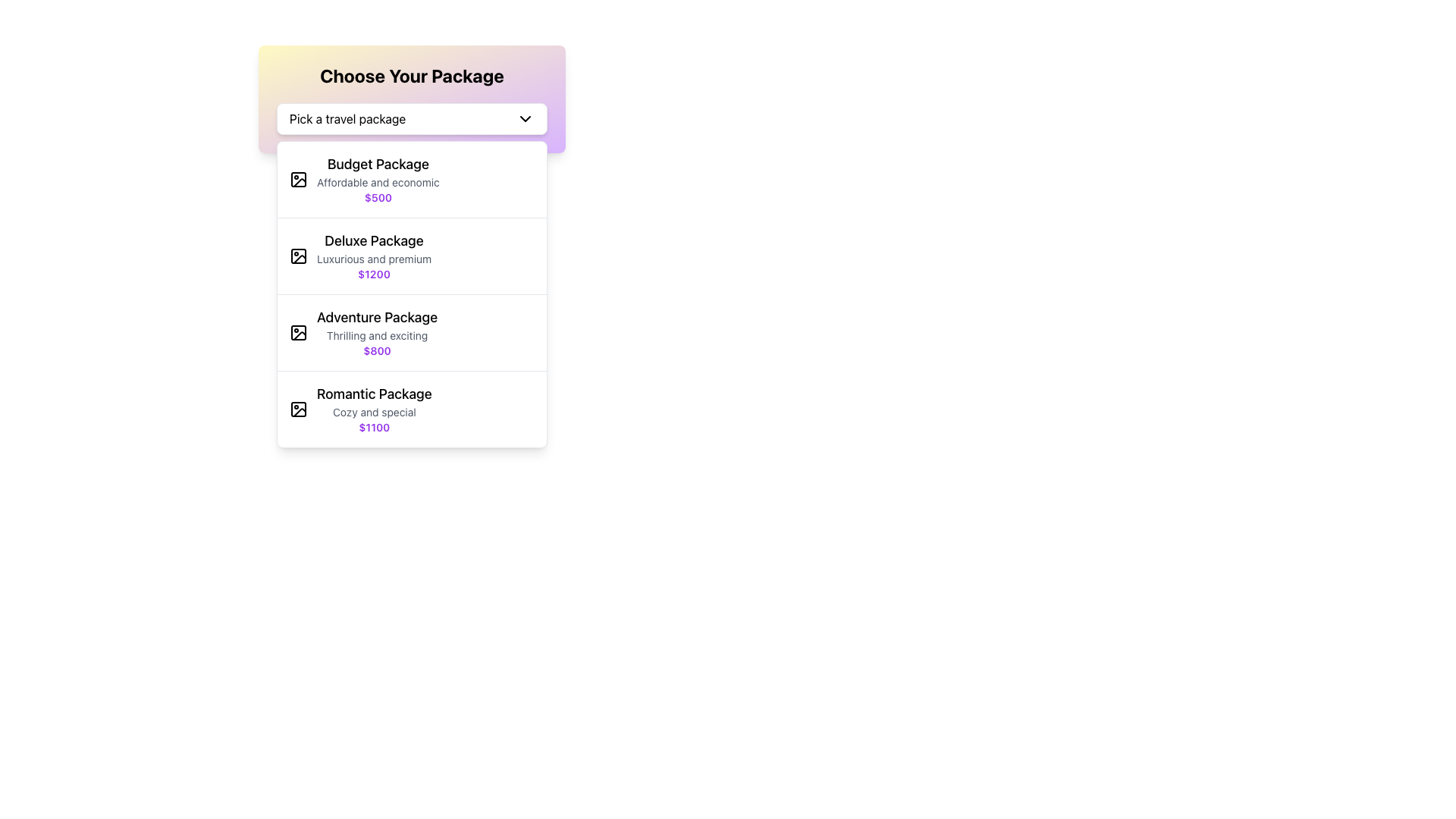 The width and height of the screenshot is (1456, 819). What do you see at coordinates (374, 412) in the screenshot?
I see `the text label that describes the 'Romantic Package', located directly below the 'Romantic Package' title in the fourth option of the list of travel packages` at bounding box center [374, 412].